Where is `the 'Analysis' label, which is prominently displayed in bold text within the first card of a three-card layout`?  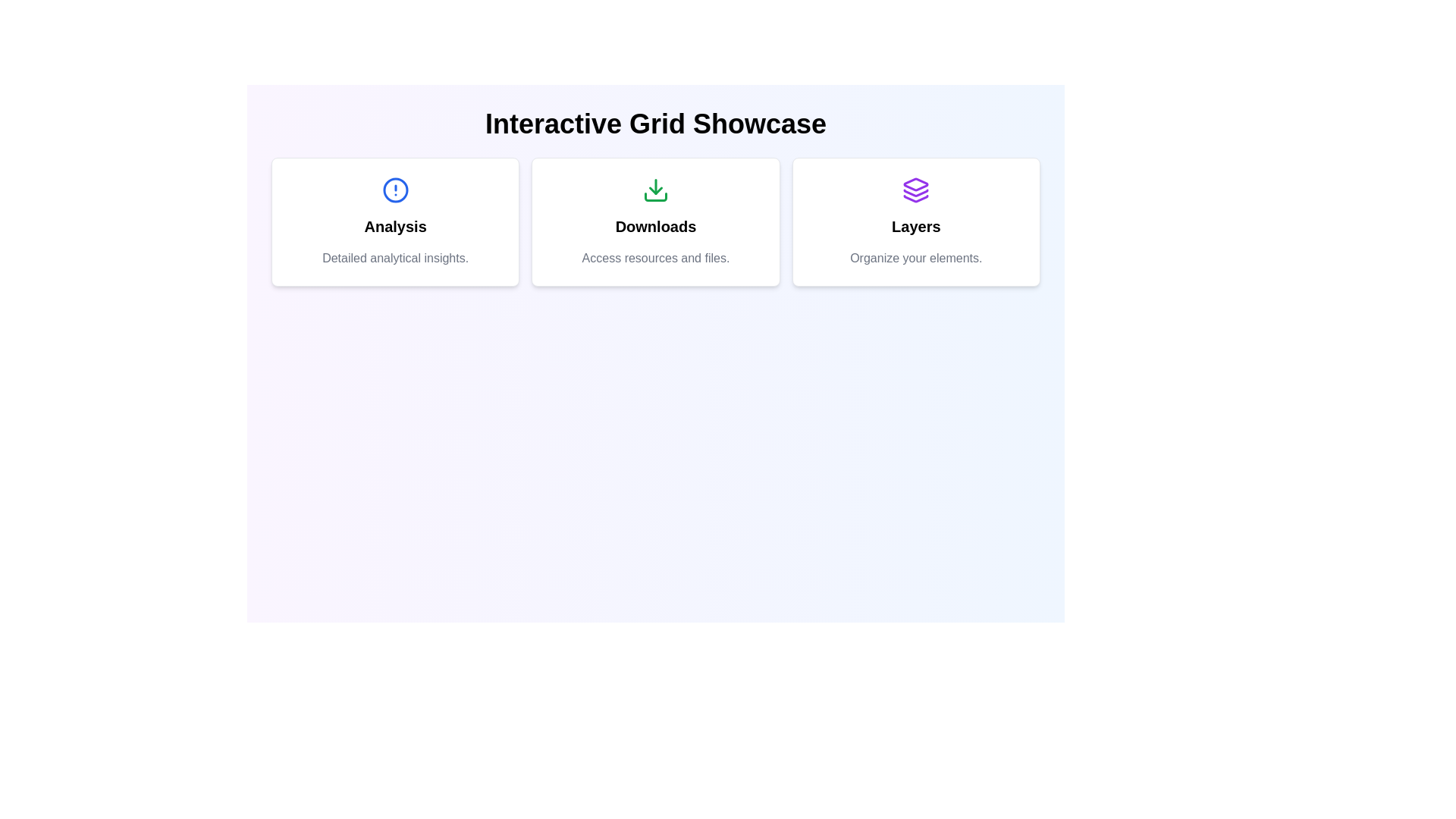
the 'Analysis' label, which is prominently displayed in bold text within the first card of a three-card layout is located at coordinates (395, 227).